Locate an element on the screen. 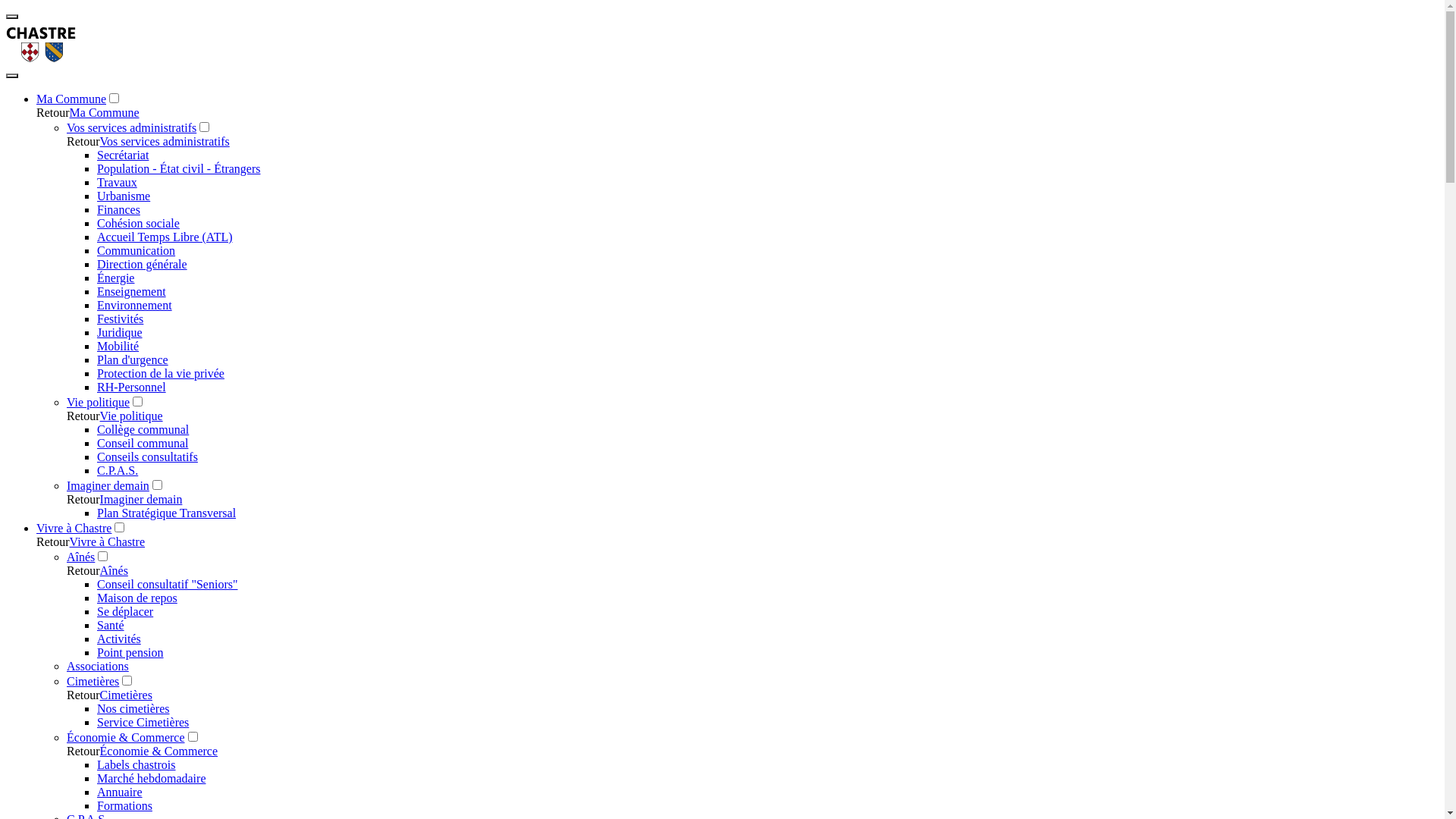  'Enseignement' is located at coordinates (131, 291).